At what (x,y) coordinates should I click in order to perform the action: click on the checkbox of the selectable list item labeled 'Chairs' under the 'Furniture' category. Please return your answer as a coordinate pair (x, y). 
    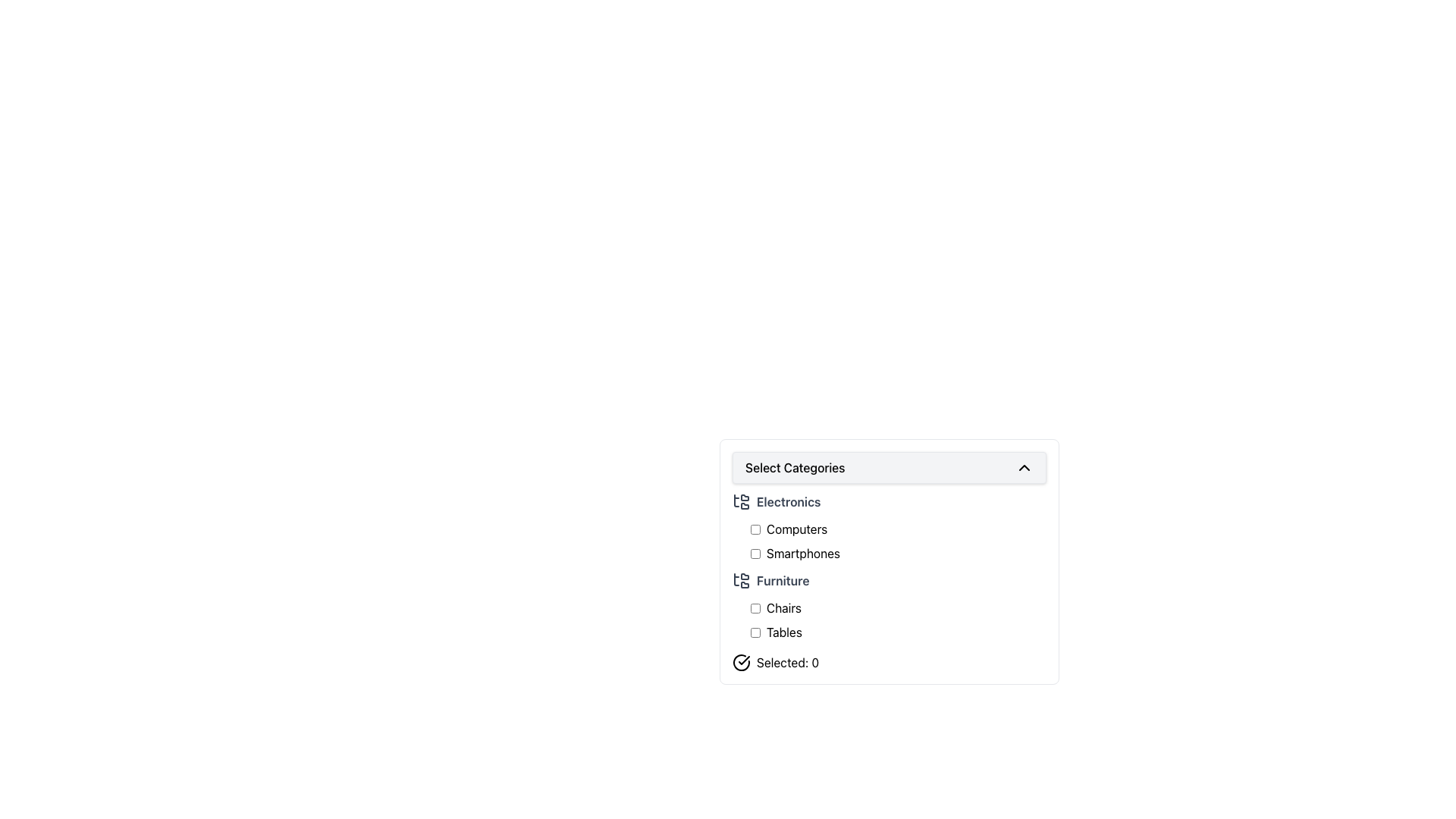
    Looking at the image, I should click on (899, 607).